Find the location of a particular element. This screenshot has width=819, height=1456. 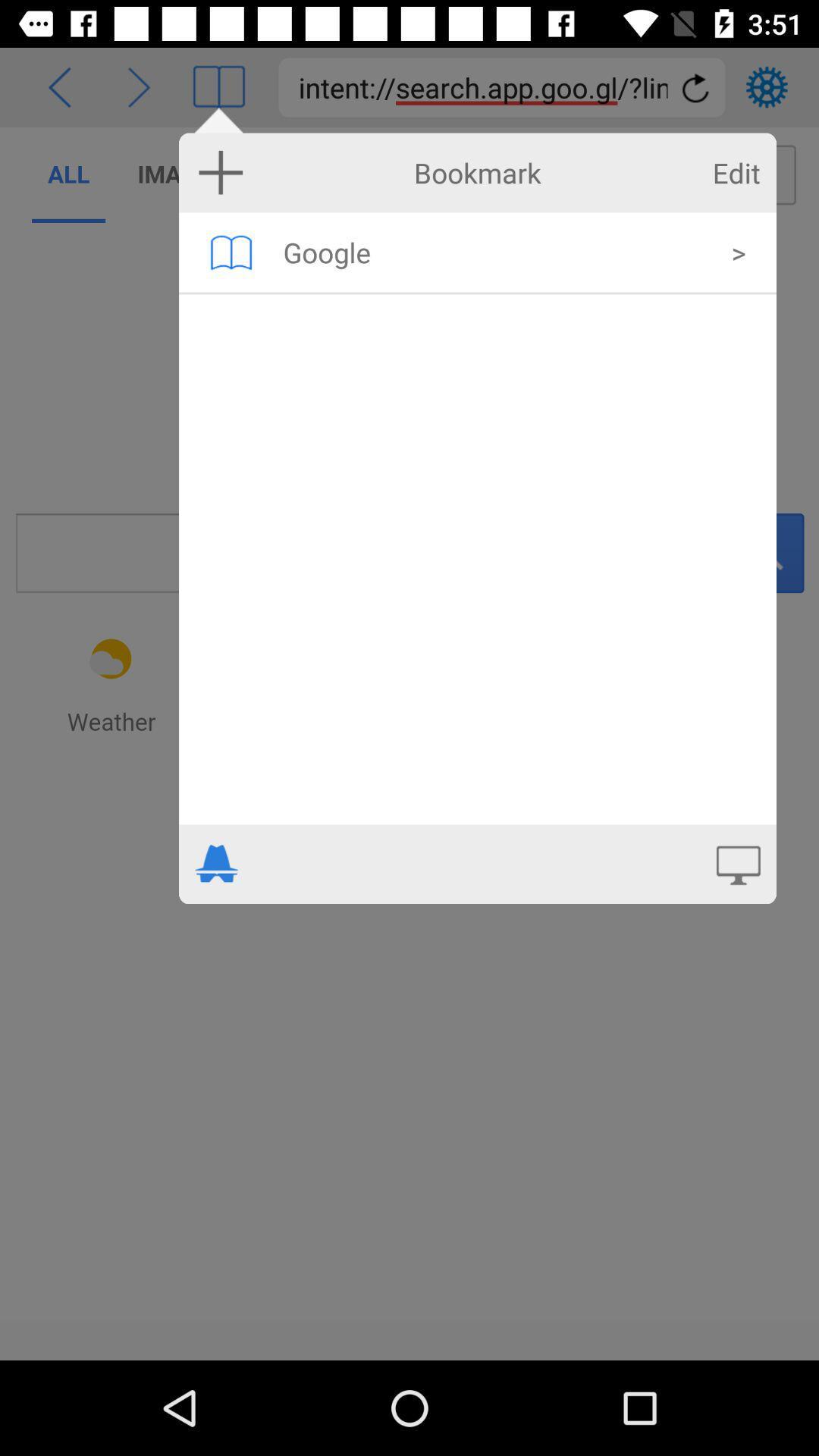

the google is located at coordinates (497, 252).